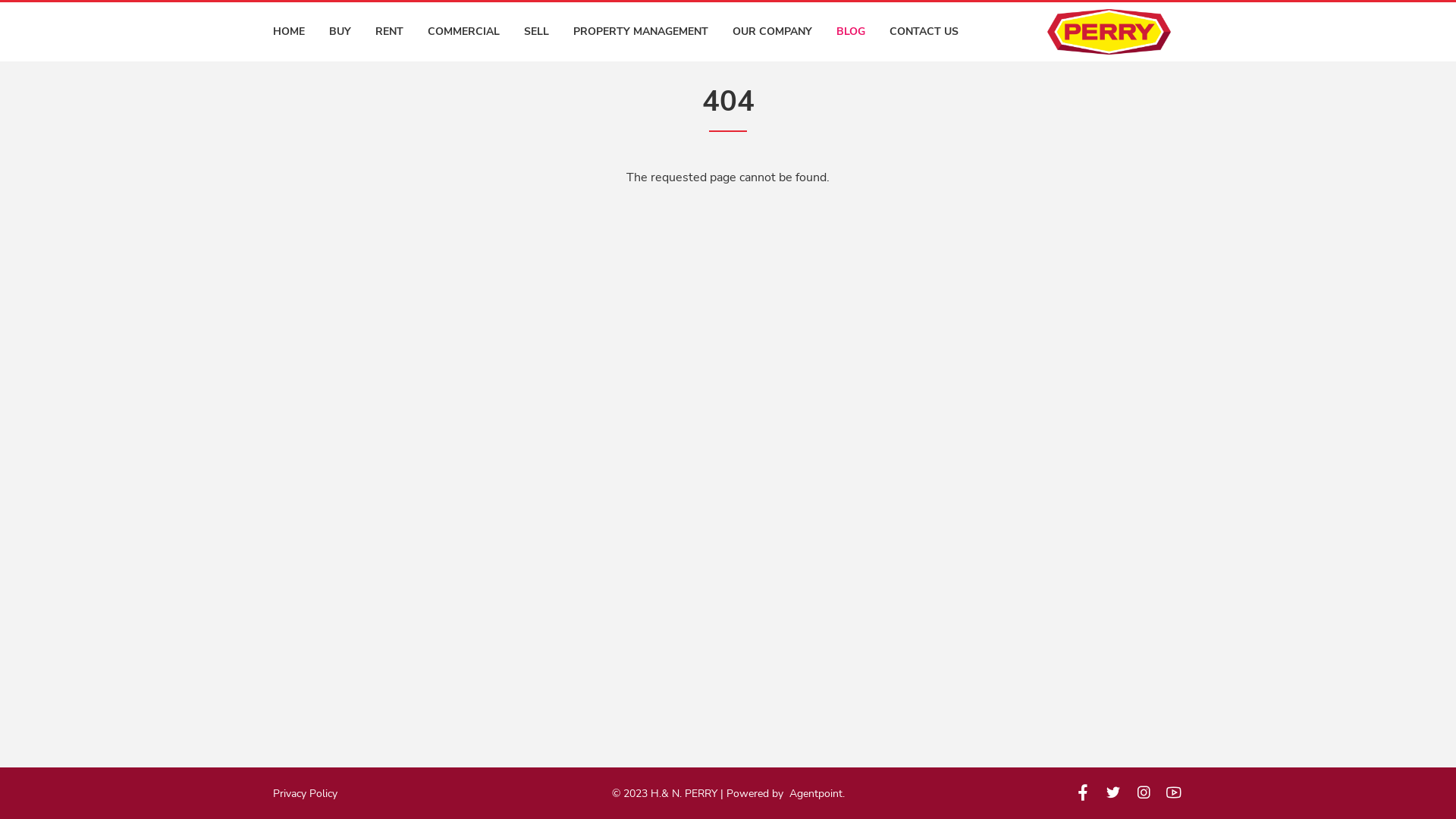  Describe the element at coordinates (463, 32) in the screenshot. I see `'COMMERCIAL'` at that location.